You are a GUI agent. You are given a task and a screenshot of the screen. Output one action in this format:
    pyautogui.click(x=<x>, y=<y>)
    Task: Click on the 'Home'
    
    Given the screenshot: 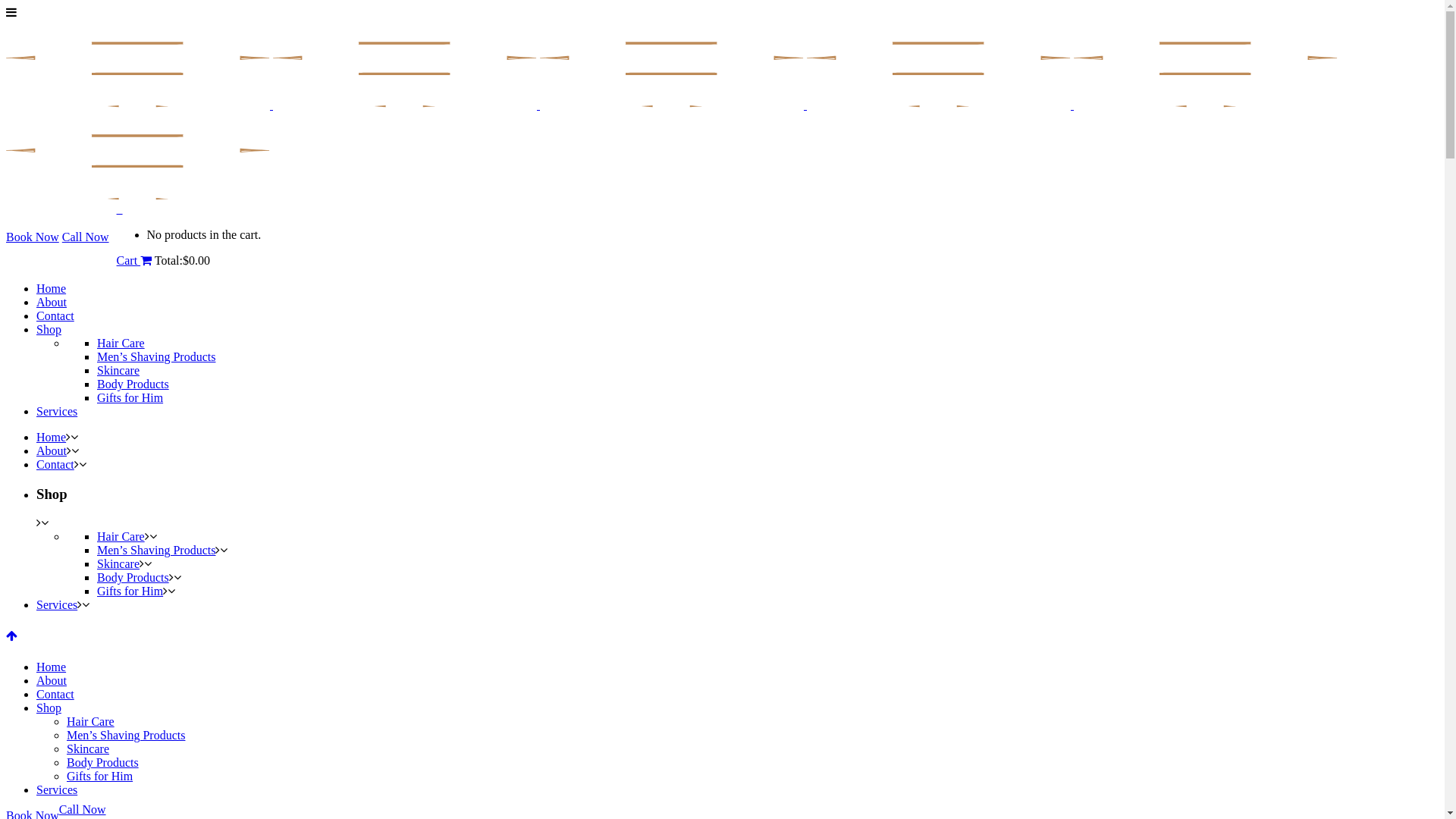 What is the action you would take?
    pyautogui.click(x=51, y=437)
    